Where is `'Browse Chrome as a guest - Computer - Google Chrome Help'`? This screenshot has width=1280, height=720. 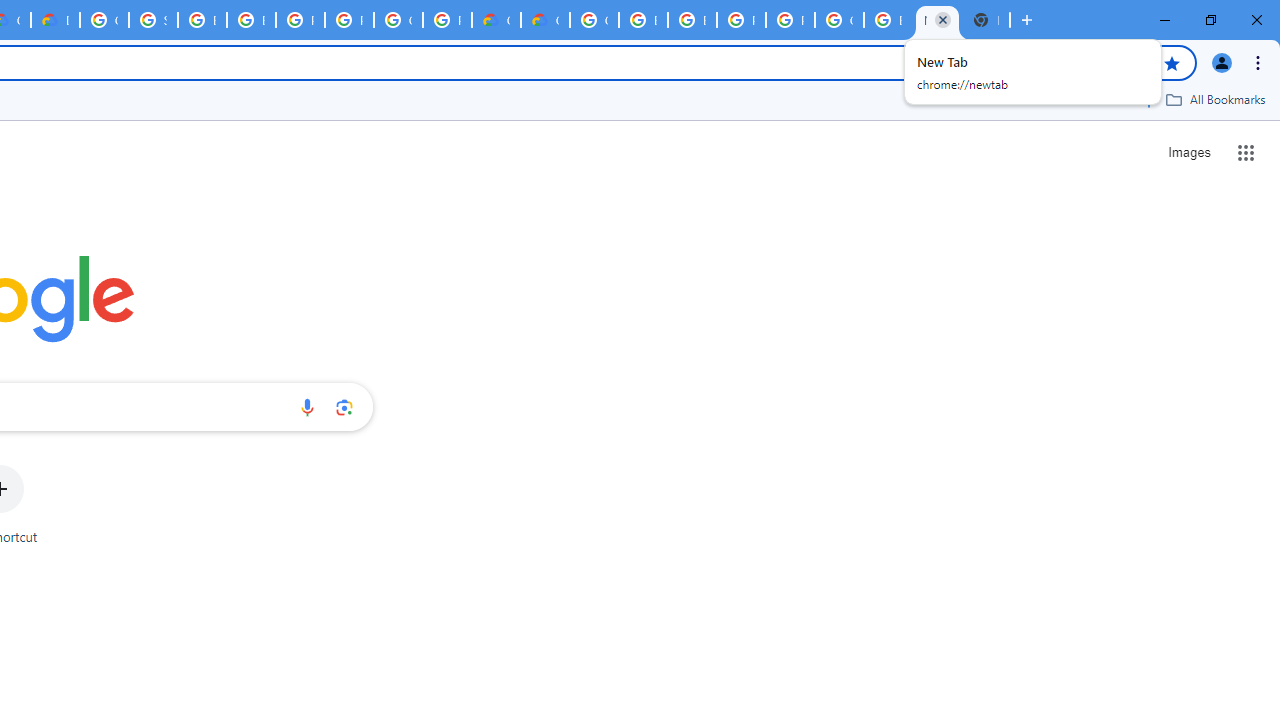
'Browse Chrome as a guest - Computer - Google Chrome Help' is located at coordinates (202, 20).